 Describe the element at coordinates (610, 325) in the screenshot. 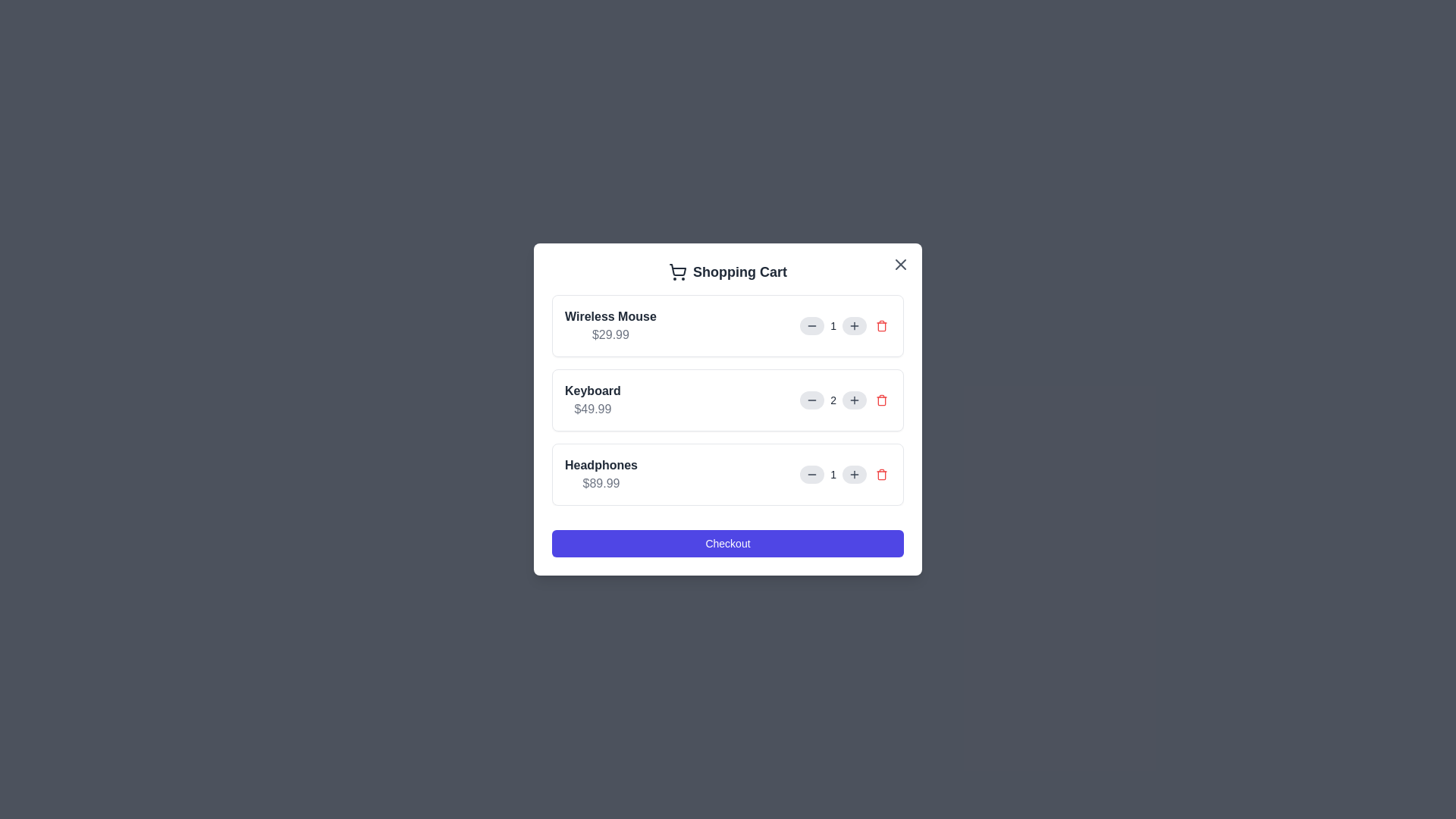

I see `text displayed in the topmost item slot of the shopping cart interface, which provides information about the product added to the cart` at that location.